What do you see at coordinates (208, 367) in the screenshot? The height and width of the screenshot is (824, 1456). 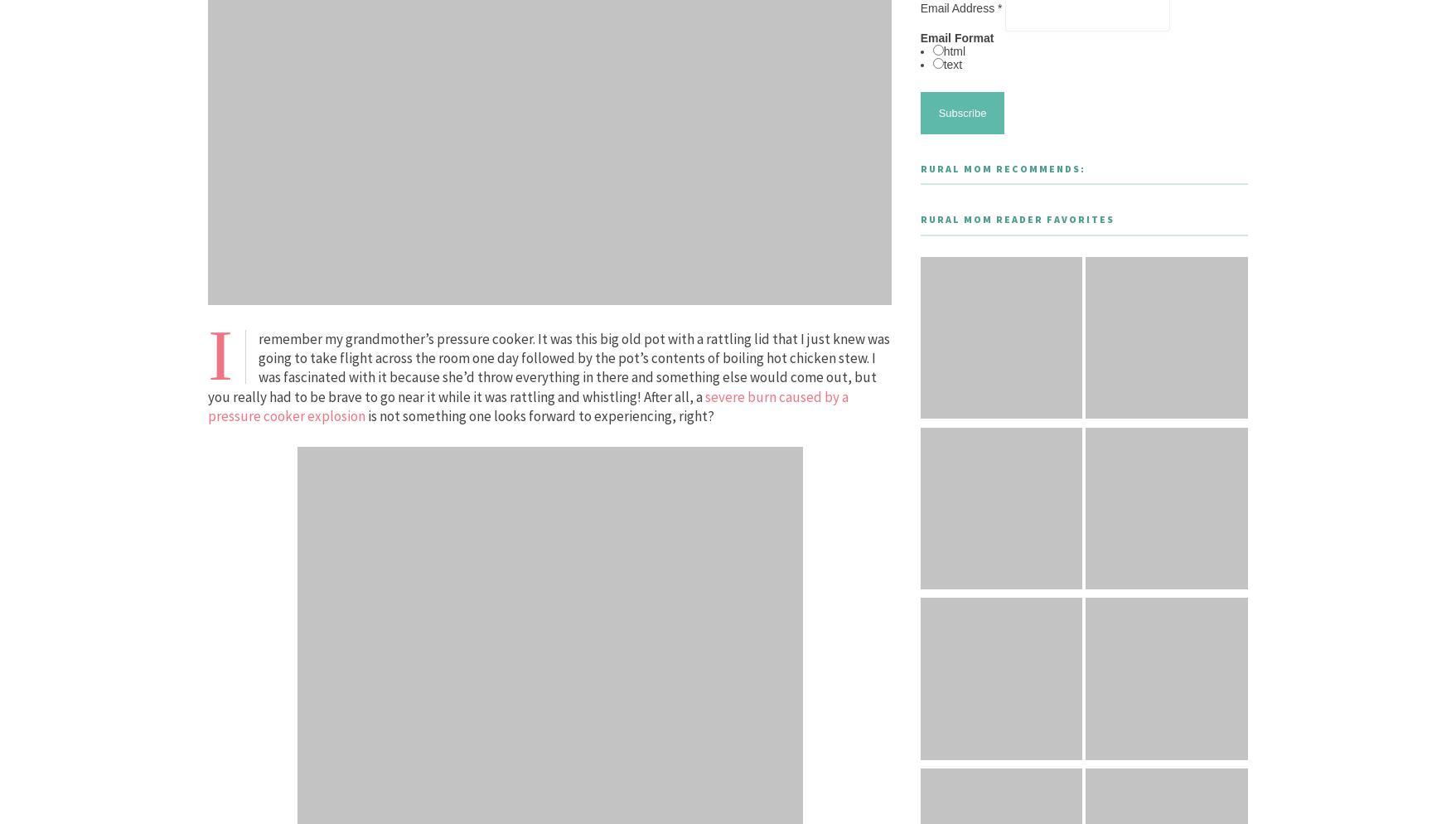 I see `'remember my grandmother’s pressure cooker. It was this big old pot with a rattling lid that I just knew was going to take flight across the room one day followed by the pot’s contents of boiling hot chicken stew. I was fascinated with it because she’d throw everything in there and something else would come out, but you really had to be brave to go near it while it was rattling and whistling! After all, a'` at bounding box center [208, 367].